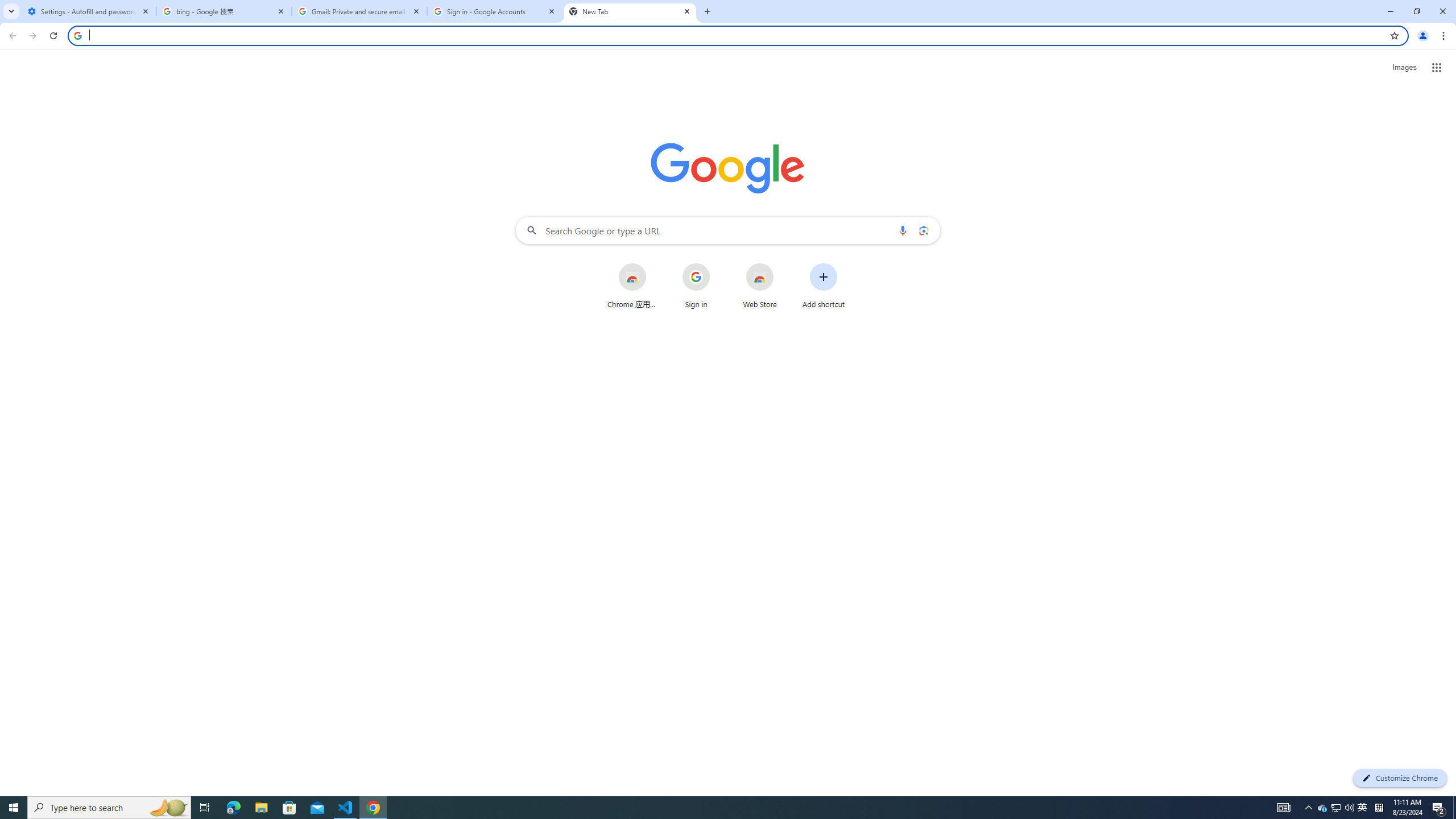 The image size is (1456, 819). I want to click on 'More actions for Sign in shortcut', so click(718, 264).